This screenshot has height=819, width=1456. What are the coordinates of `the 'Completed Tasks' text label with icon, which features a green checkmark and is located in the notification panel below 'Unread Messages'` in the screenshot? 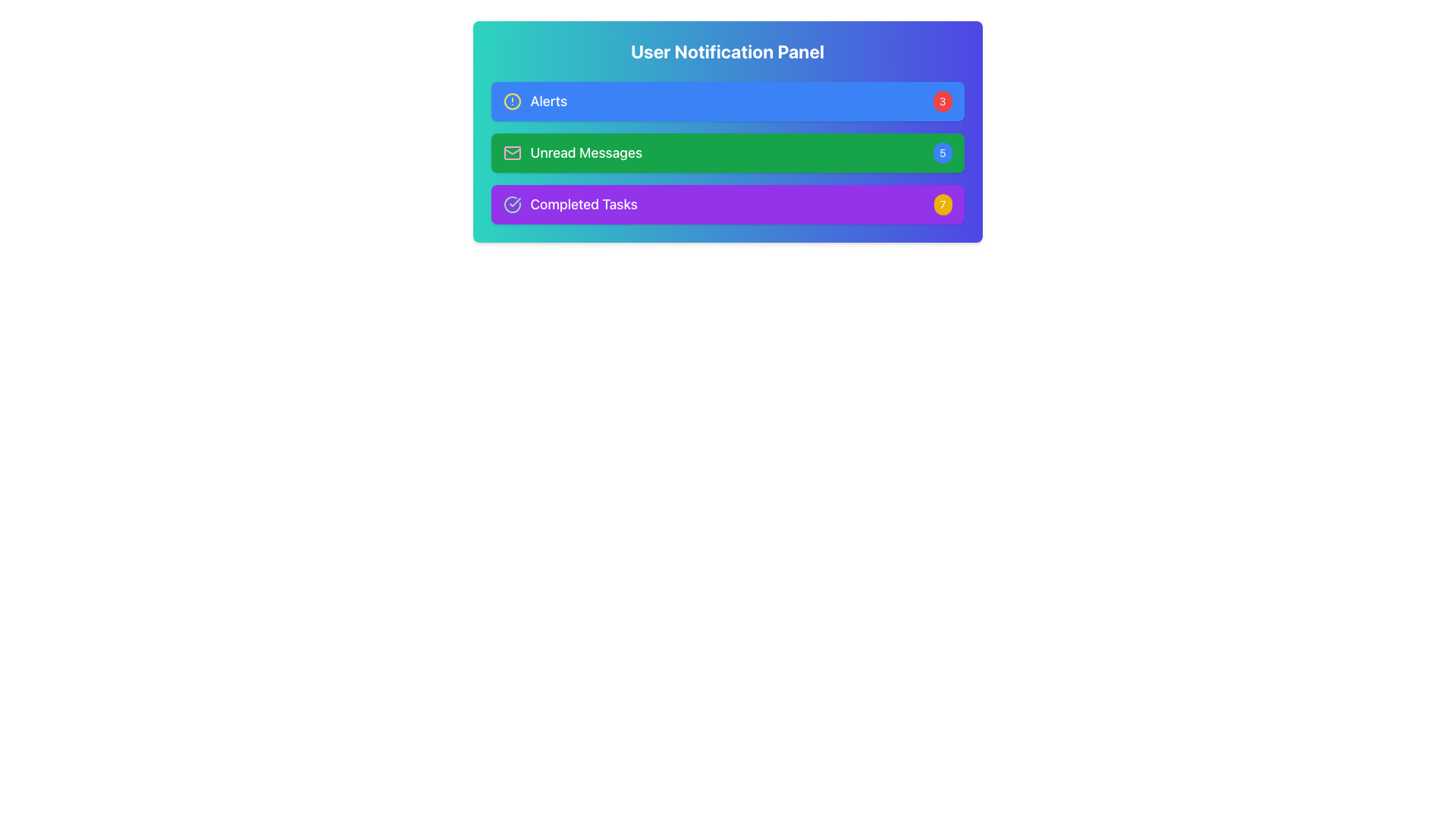 It's located at (570, 205).